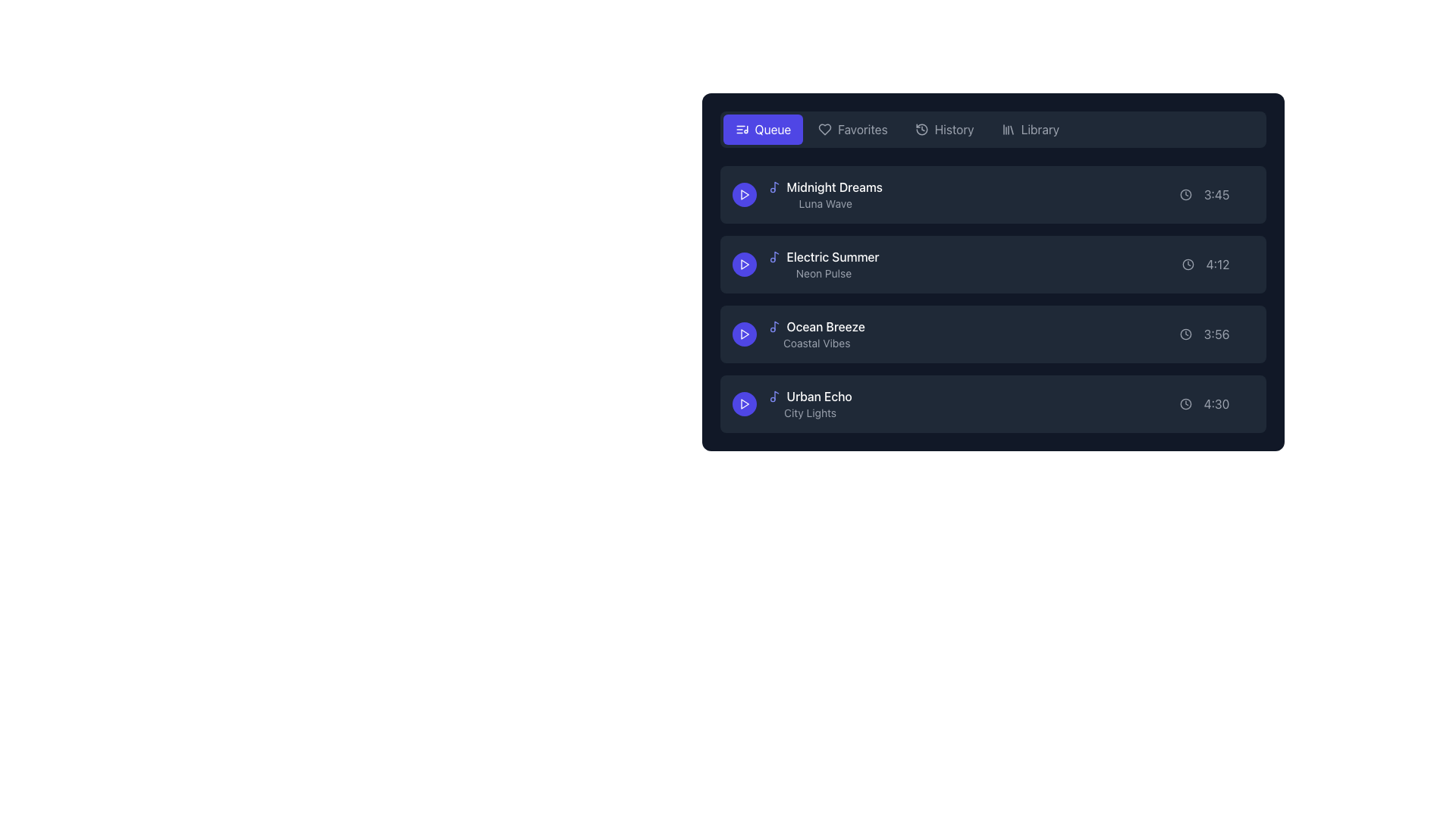  What do you see at coordinates (744, 333) in the screenshot?
I see `the Play Button icon located inside a circular button to initiate playback of the music track 'Ocean Breeze'` at bounding box center [744, 333].